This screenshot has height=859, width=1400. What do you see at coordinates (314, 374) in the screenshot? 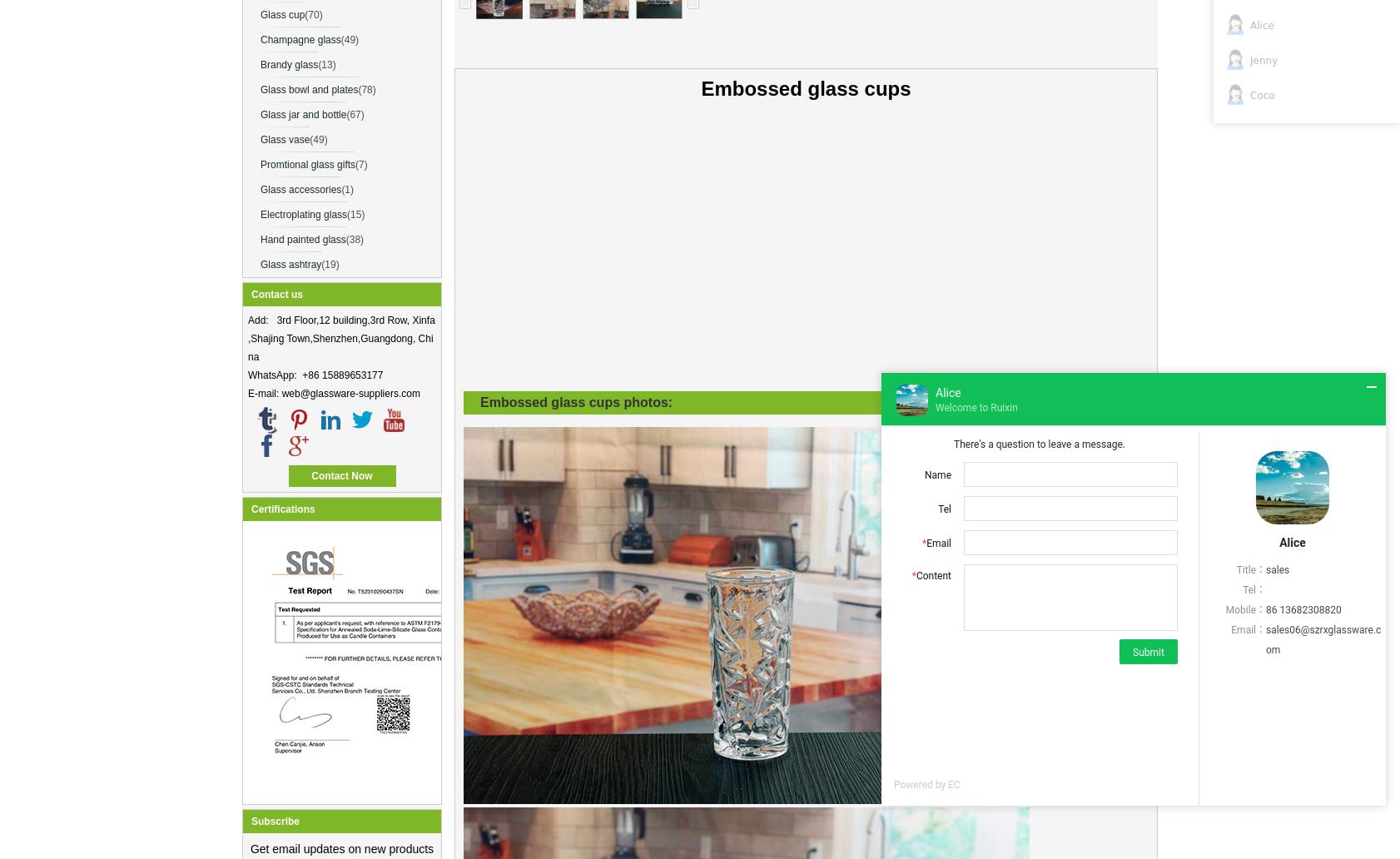
I see `'WhatsApp:  +86 15889653177'` at bounding box center [314, 374].